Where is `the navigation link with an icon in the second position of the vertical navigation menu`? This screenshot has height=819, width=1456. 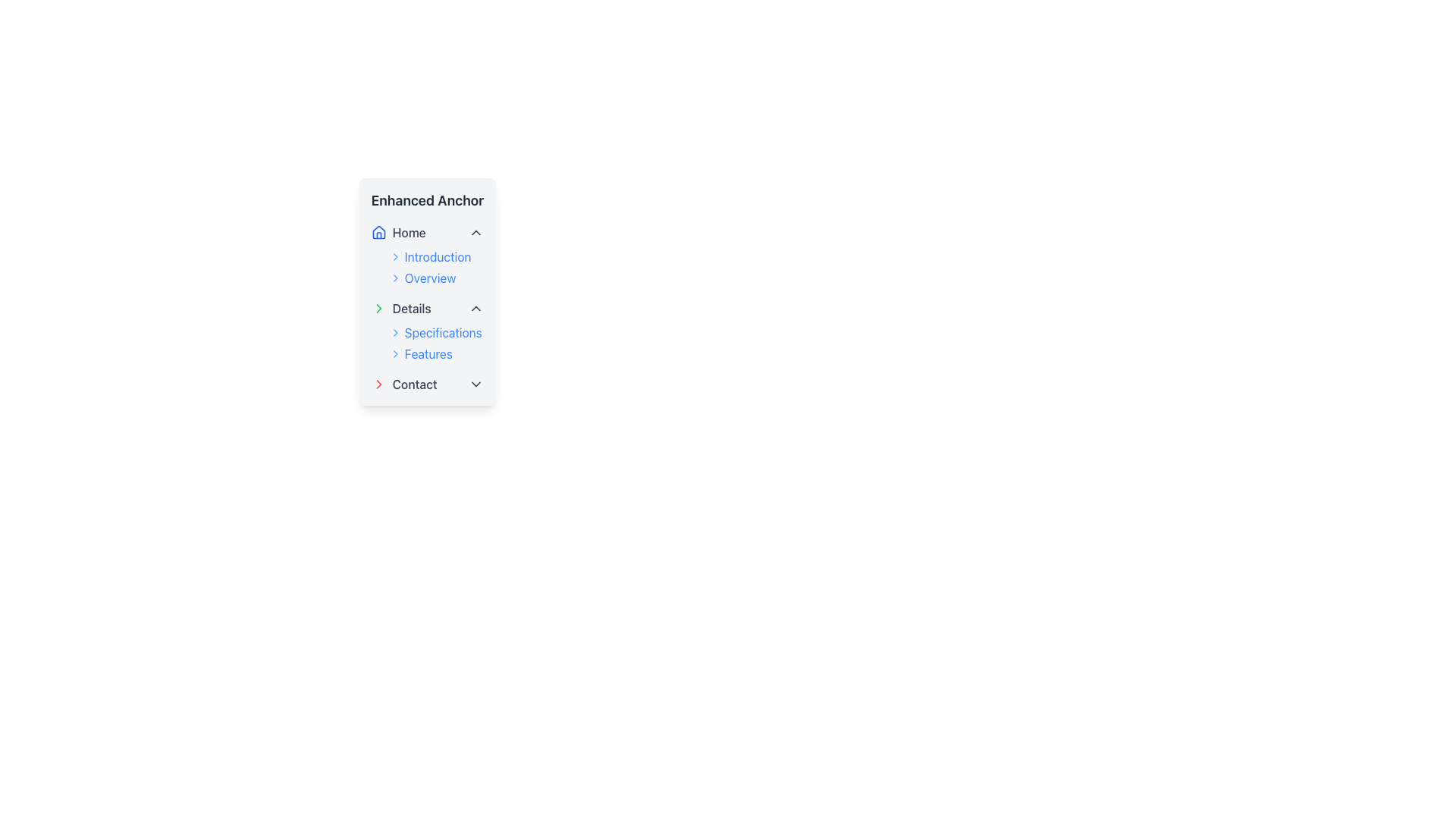 the navigation link with an icon in the second position of the vertical navigation menu is located at coordinates (401, 308).